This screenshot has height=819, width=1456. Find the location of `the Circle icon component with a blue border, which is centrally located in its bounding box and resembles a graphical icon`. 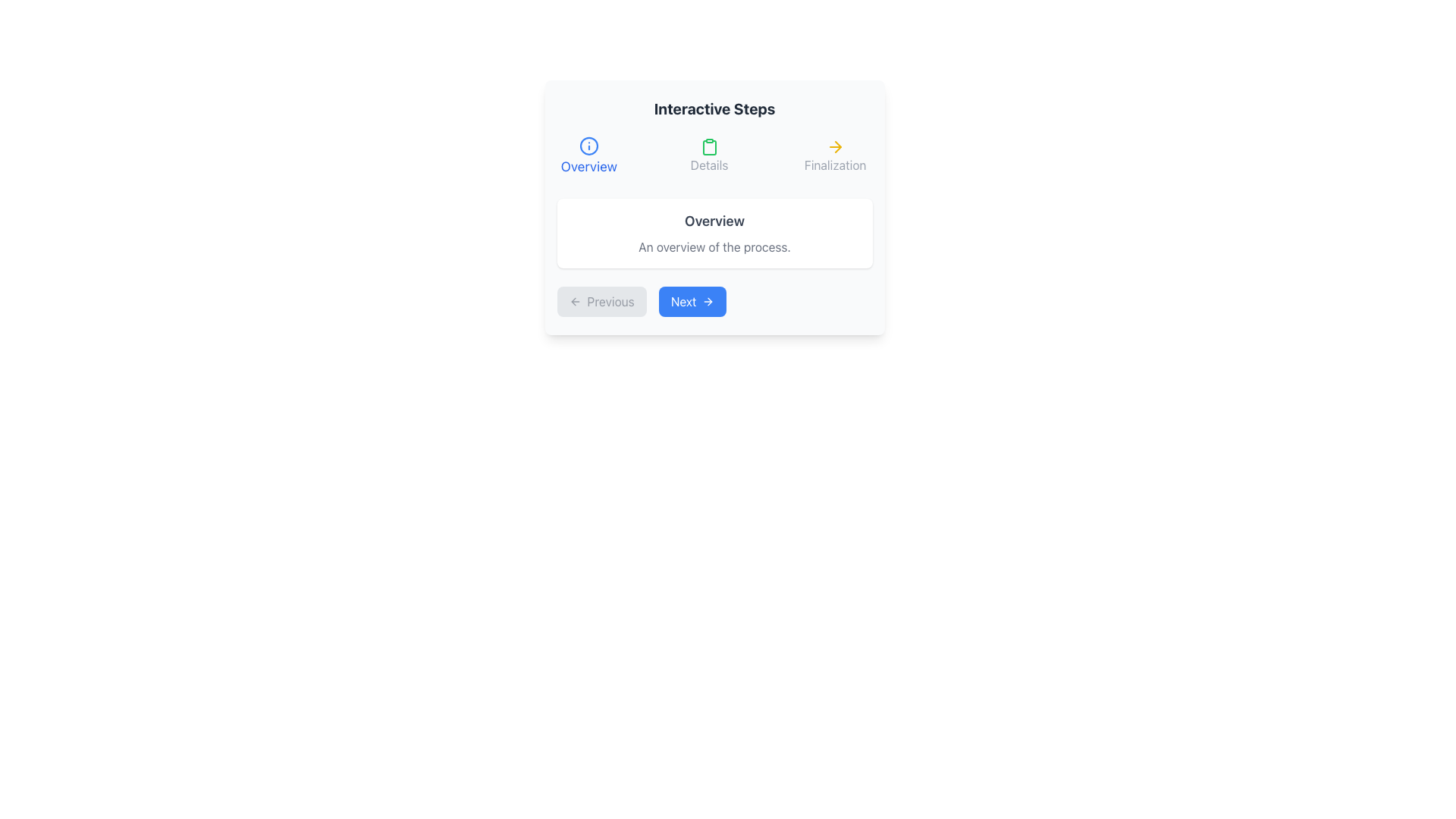

the Circle icon component with a blue border, which is centrally located in its bounding box and resembles a graphical icon is located at coordinates (588, 146).